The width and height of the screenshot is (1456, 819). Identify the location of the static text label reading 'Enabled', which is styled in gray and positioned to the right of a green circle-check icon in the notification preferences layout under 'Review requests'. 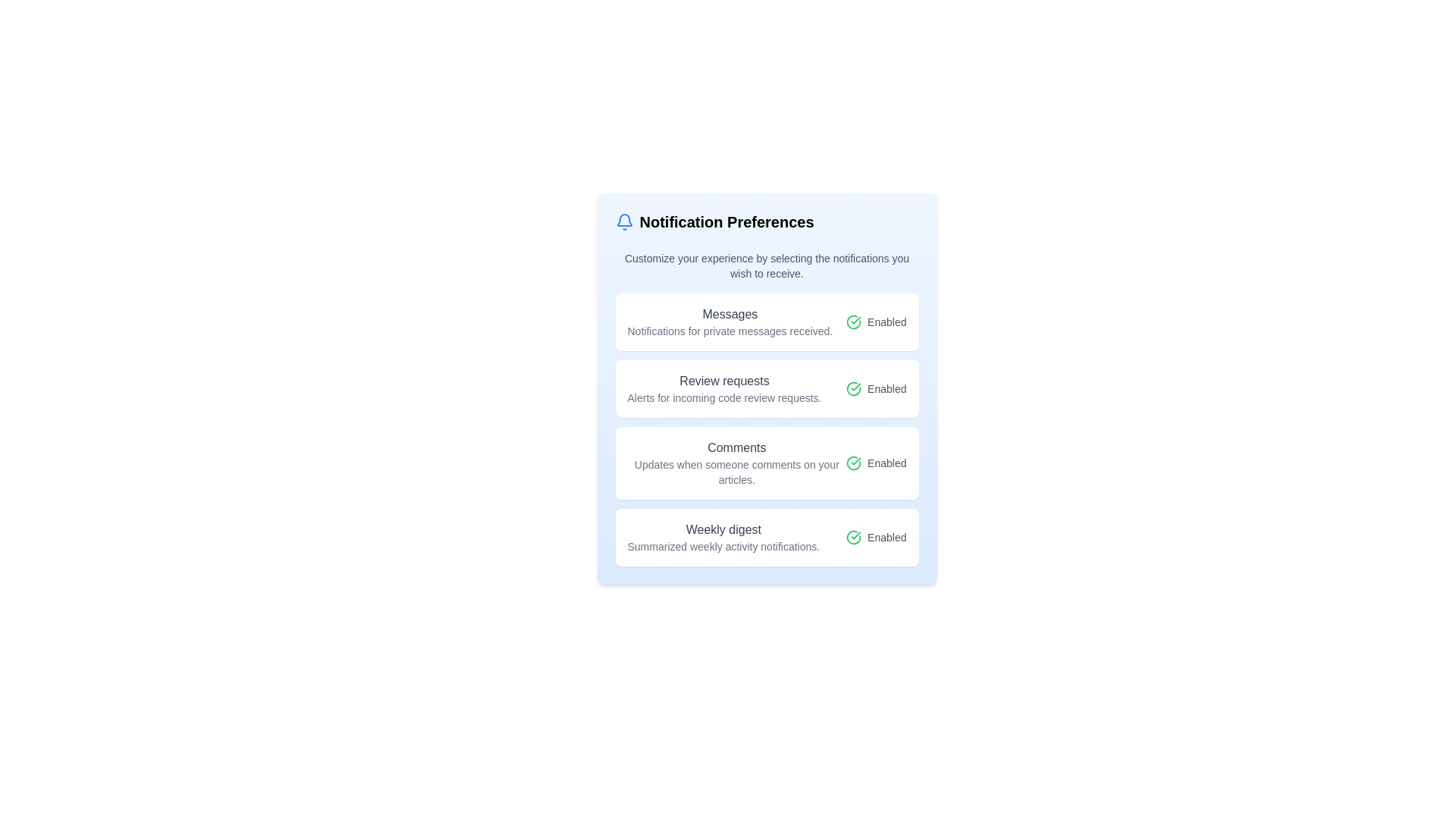
(886, 388).